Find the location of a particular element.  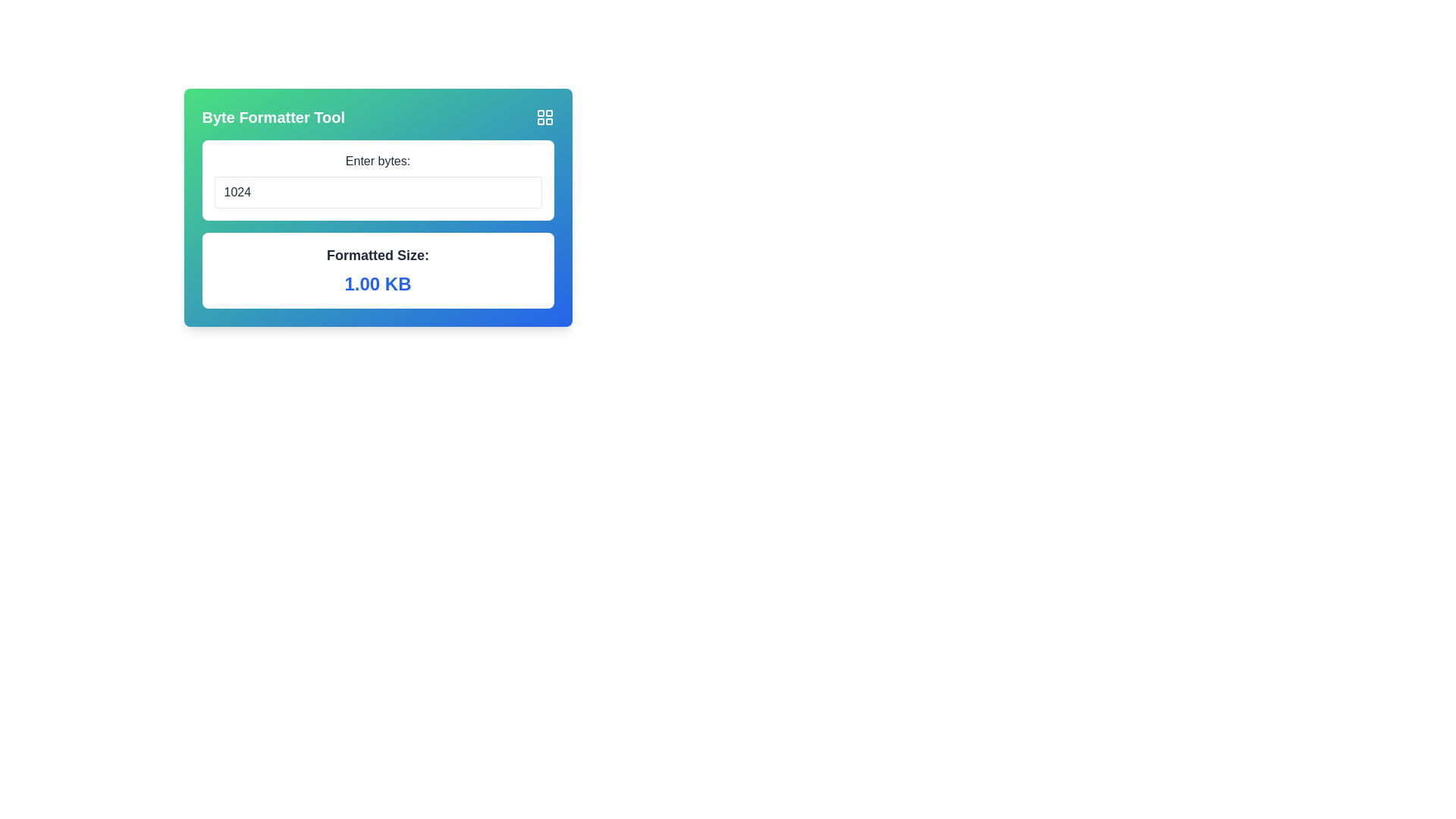

the formatted output in the panel labeled 'Formatted Size:' which contains the value '1.00 KB' is located at coordinates (378, 207).